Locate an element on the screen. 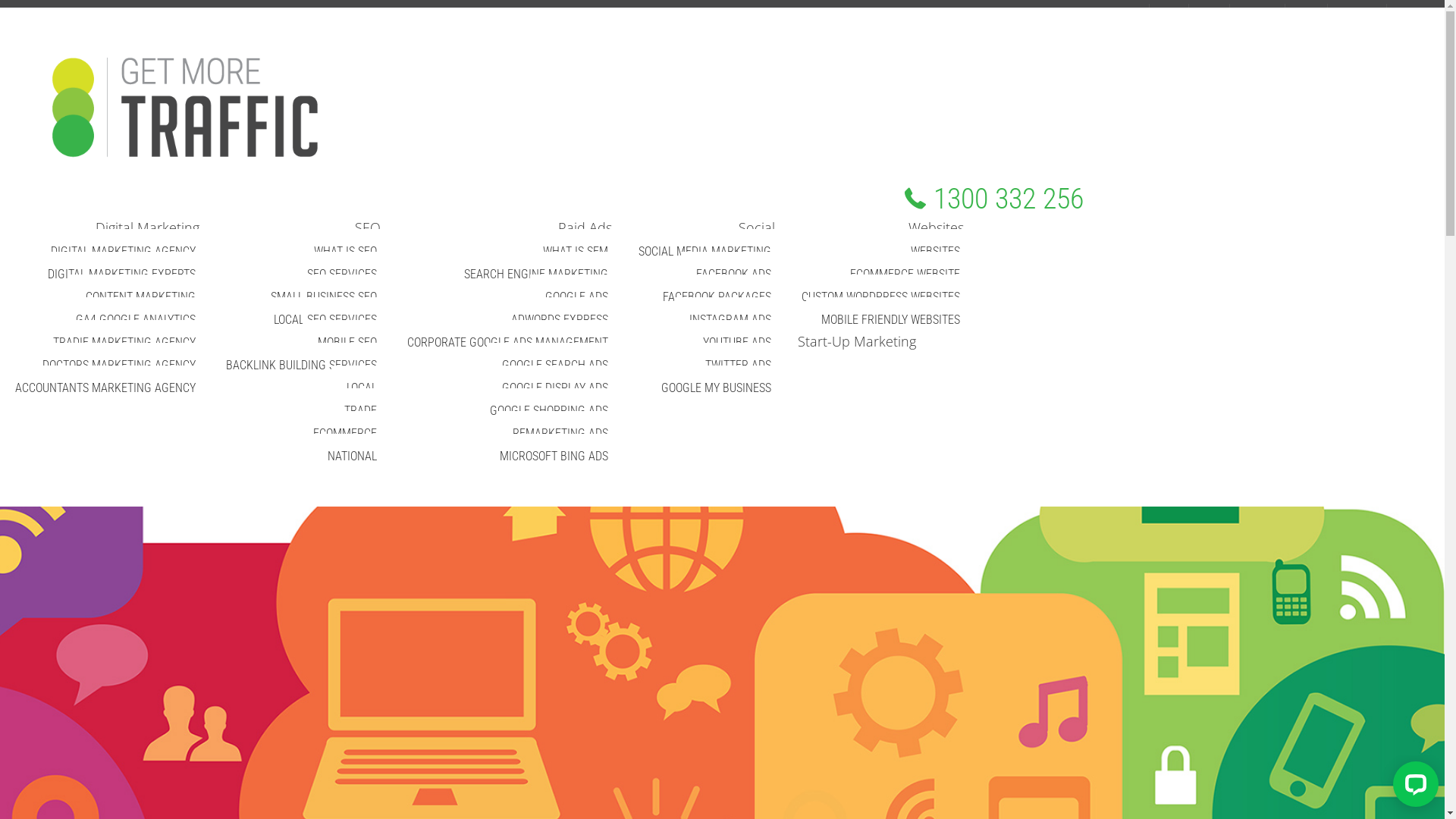  'GOOGLE DISPLAY ADS' is located at coordinates (554, 387).